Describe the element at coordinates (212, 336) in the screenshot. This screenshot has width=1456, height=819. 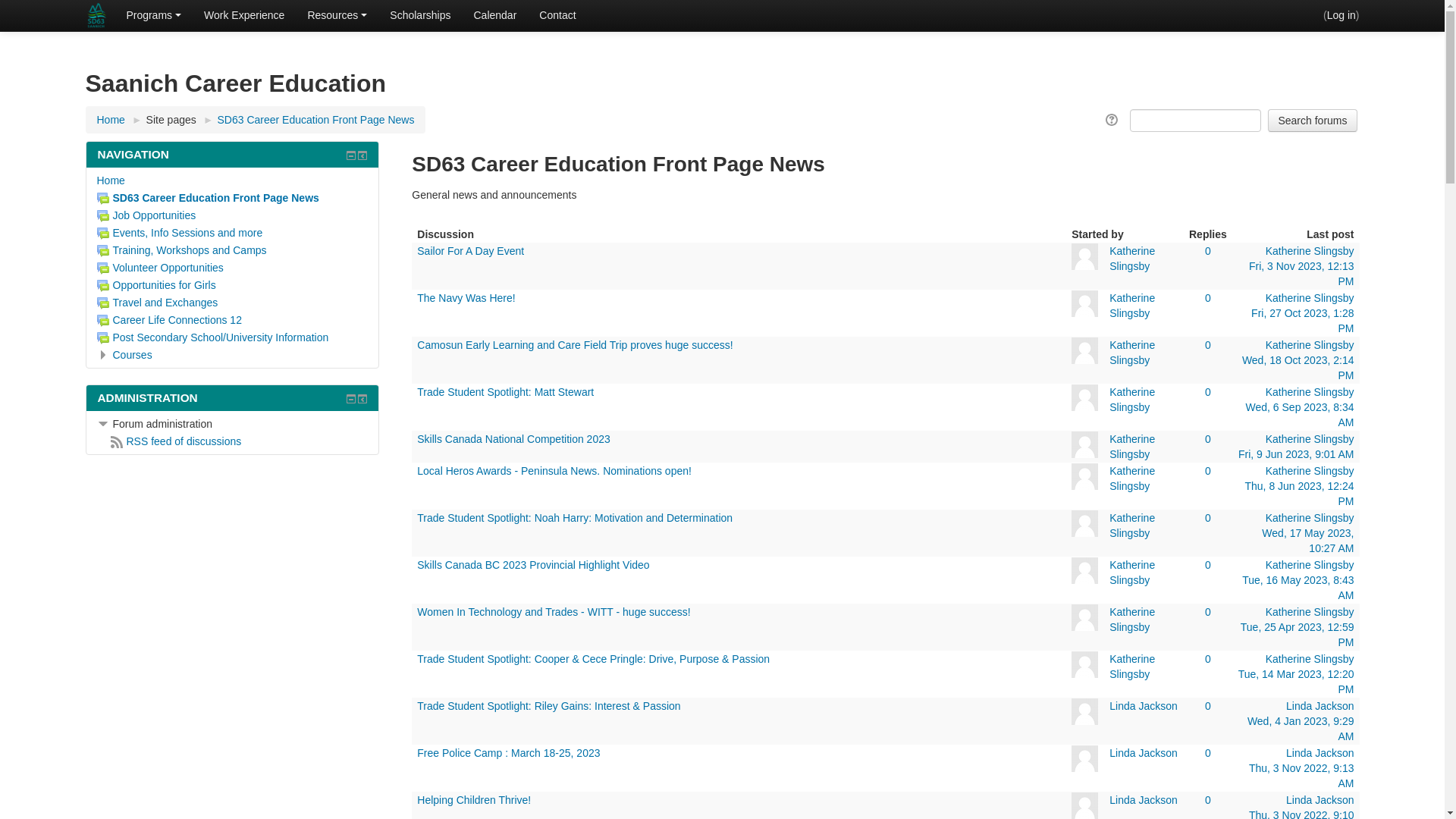
I see `'Post Secondary School/University Information'` at that location.